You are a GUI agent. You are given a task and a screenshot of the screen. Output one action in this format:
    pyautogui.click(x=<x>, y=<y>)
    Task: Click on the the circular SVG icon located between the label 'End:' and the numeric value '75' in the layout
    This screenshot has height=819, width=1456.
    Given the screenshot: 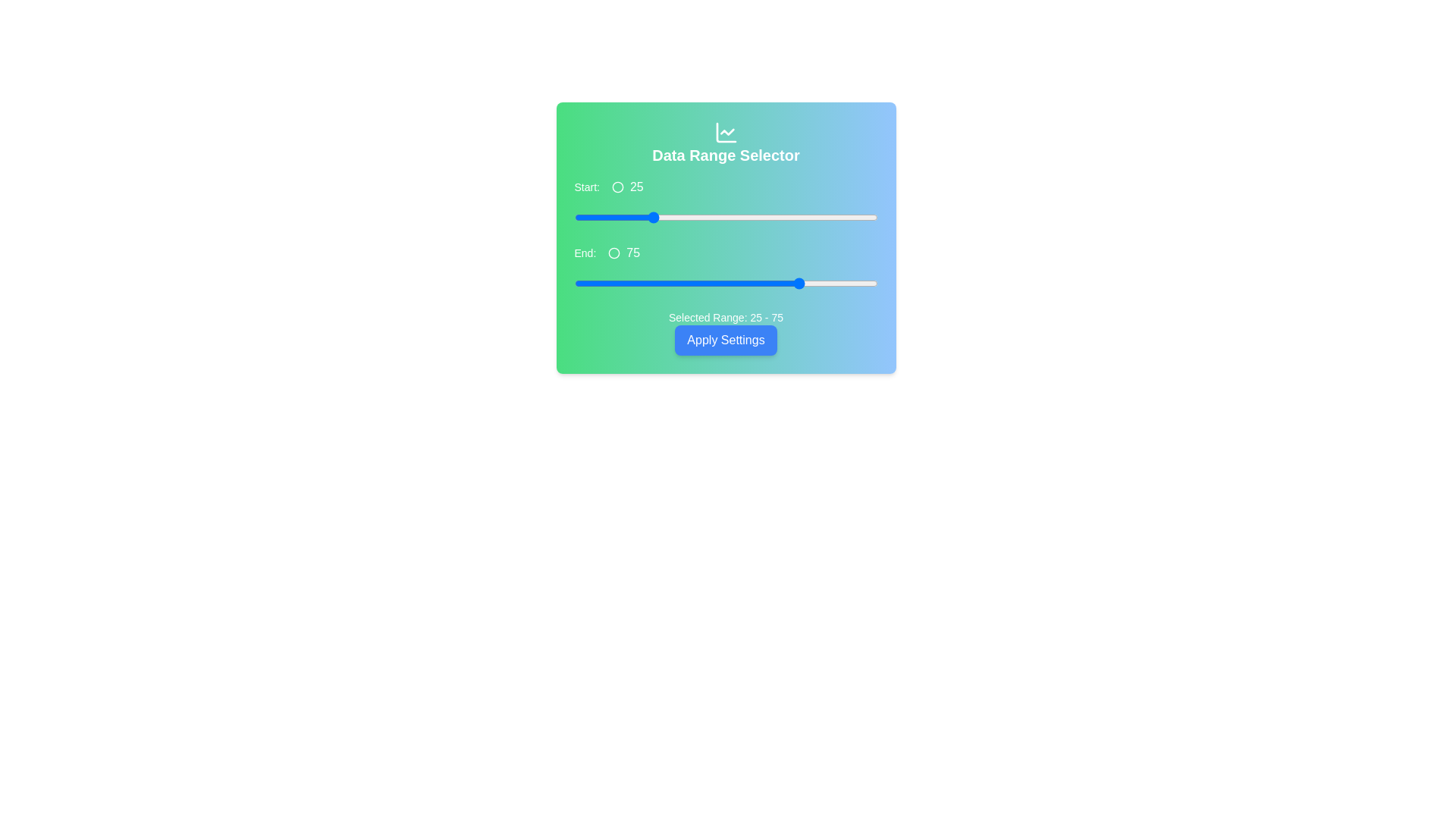 What is the action you would take?
    pyautogui.click(x=614, y=253)
    